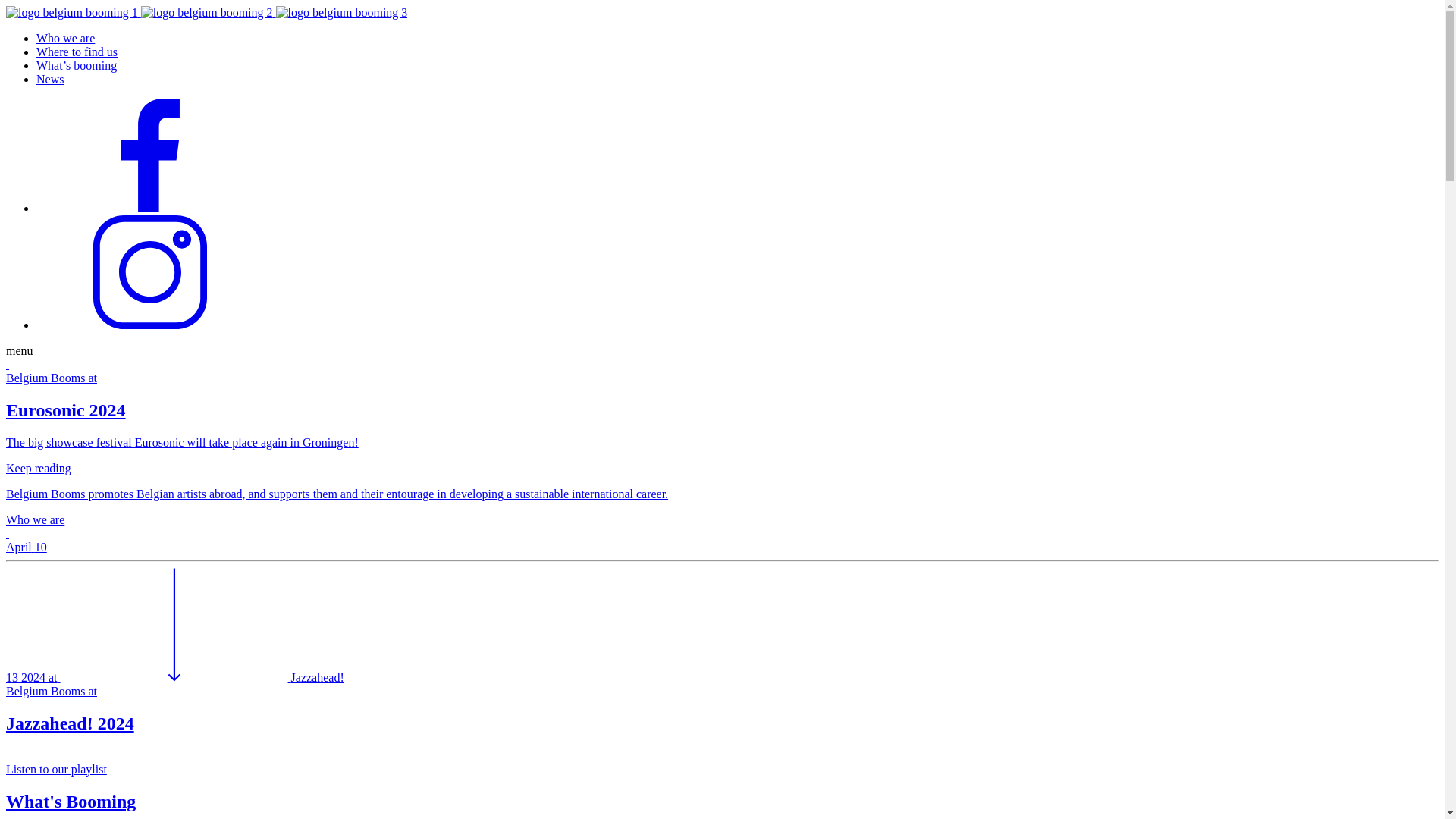 Image resolution: width=1456 pixels, height=819 pixels. I want to click on 'Where to find us', so click(76, 51).